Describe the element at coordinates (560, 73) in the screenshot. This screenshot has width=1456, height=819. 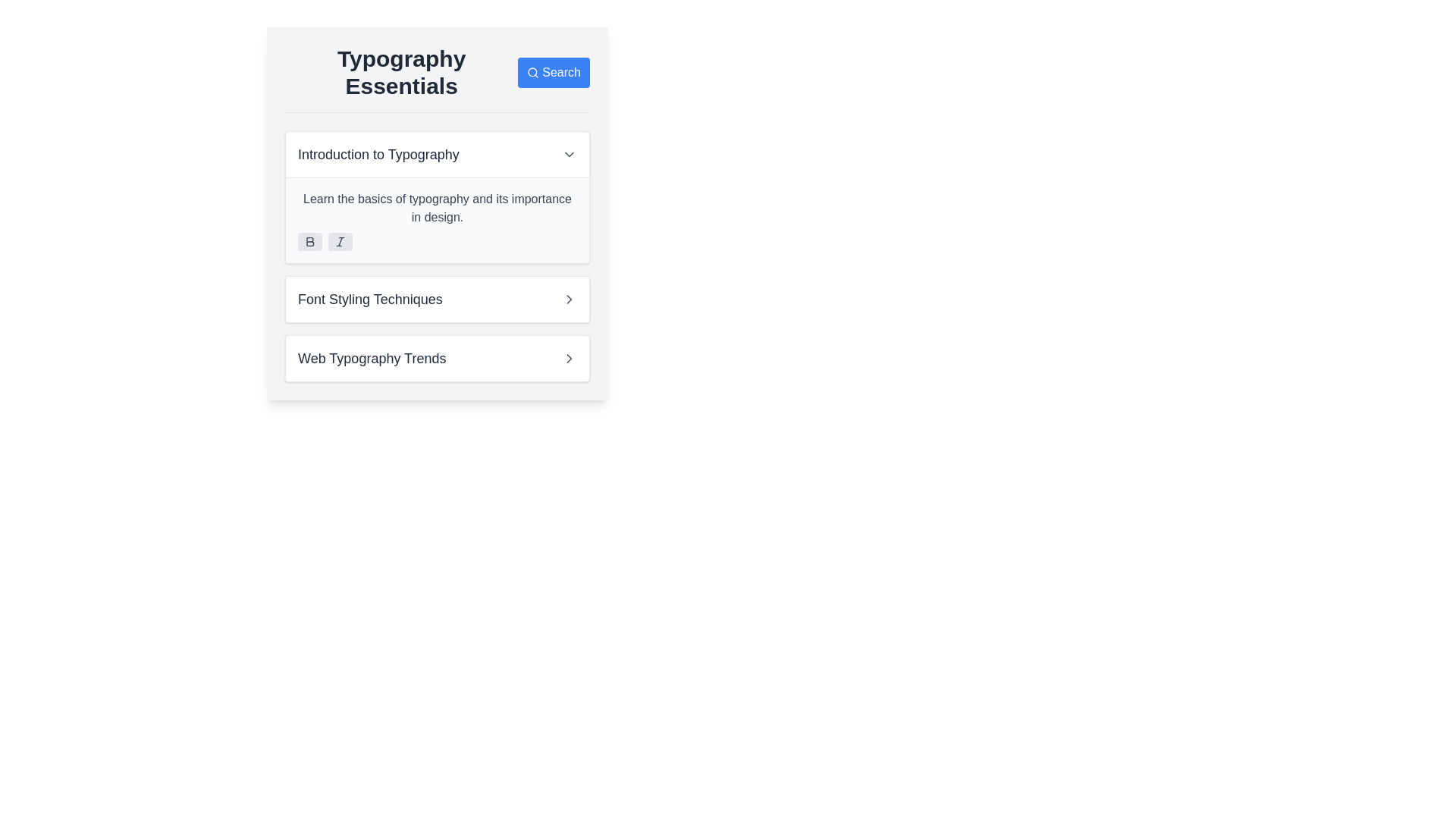
I see `the 'Search' text label within the blue button located in the top-right corner of the 'Typography Essentials' panel` at that location.